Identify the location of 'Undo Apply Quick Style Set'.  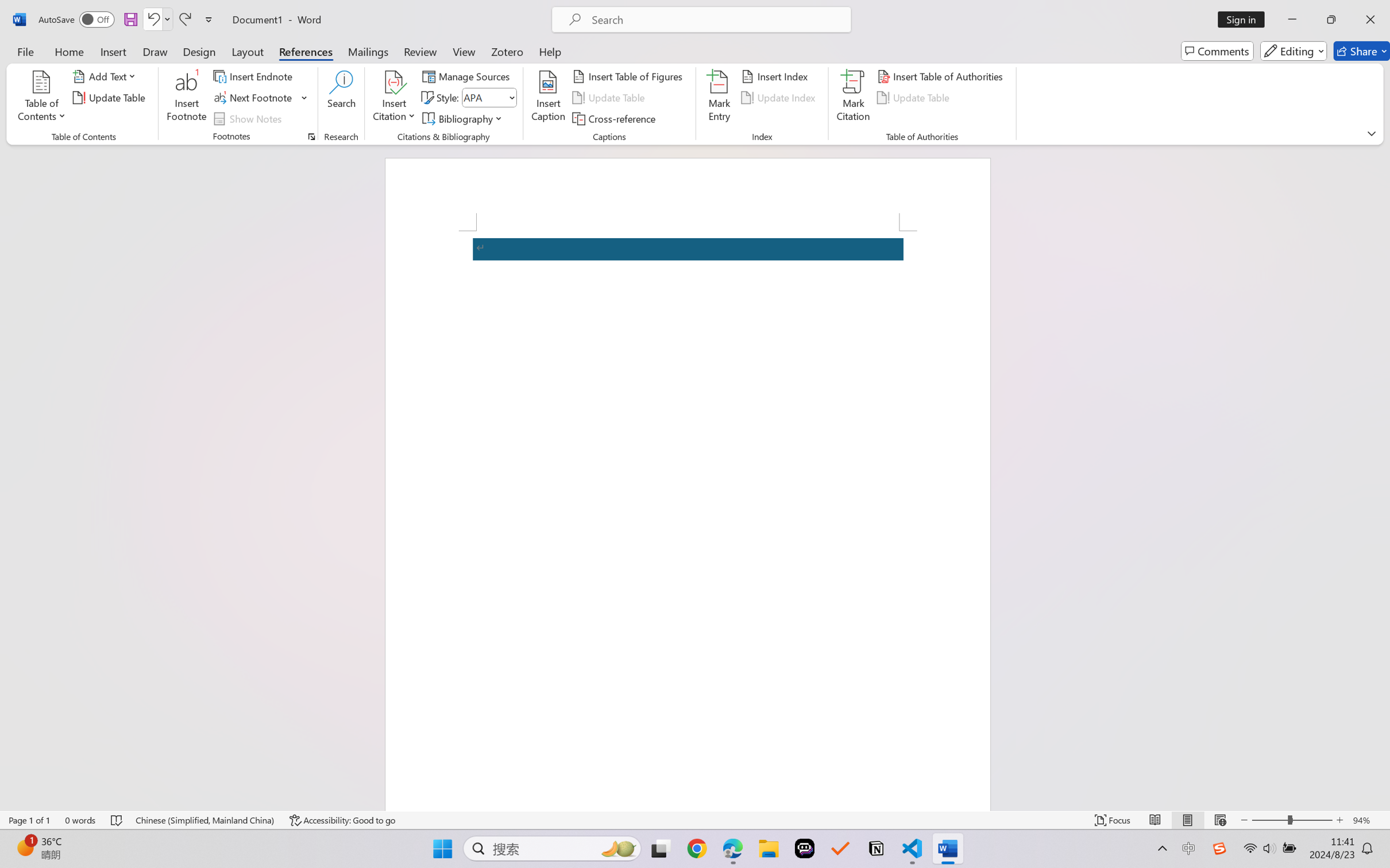
(157, 19).